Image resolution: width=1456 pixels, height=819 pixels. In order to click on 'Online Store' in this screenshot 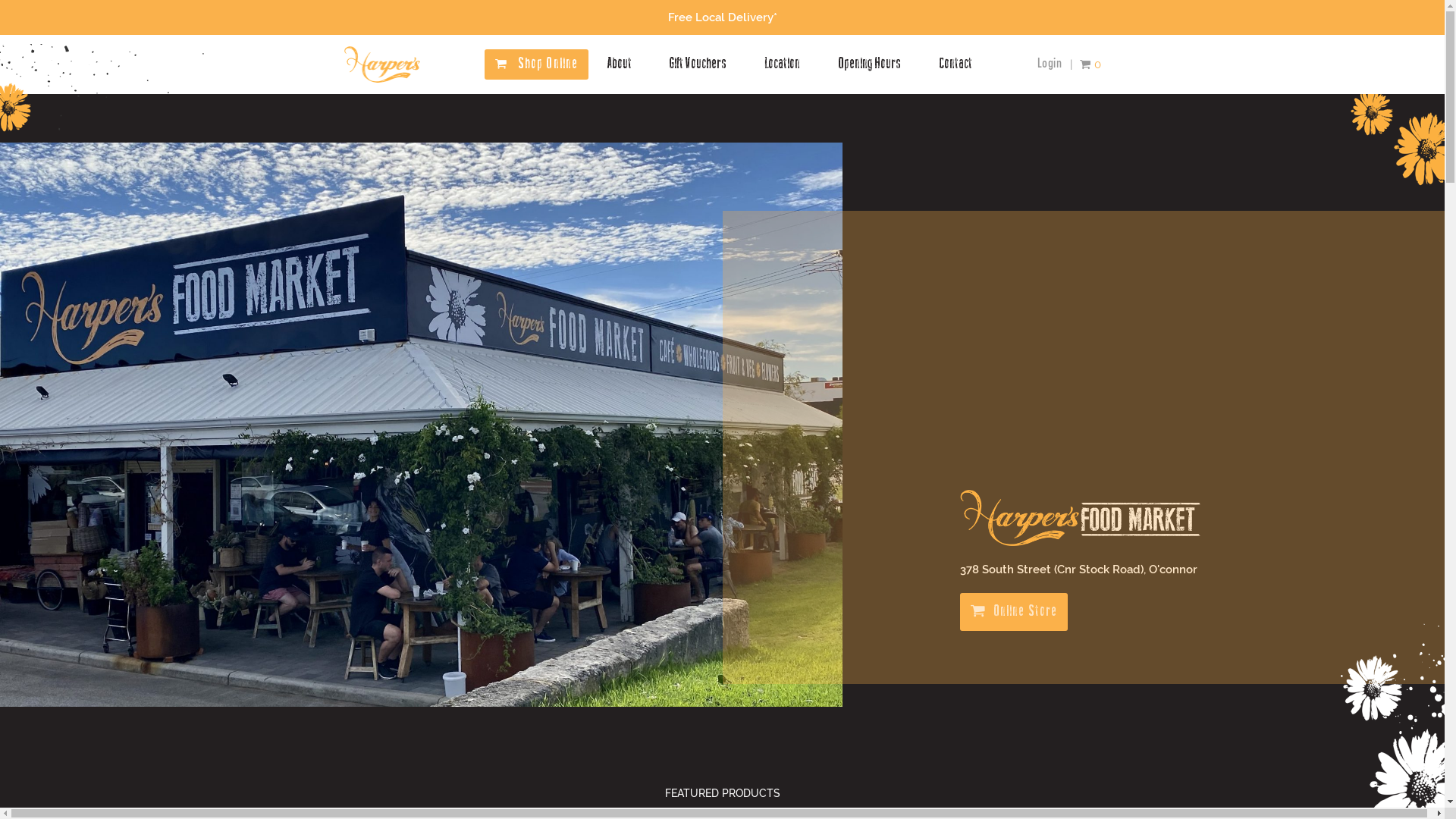, I will do `click(1014, 610)`.